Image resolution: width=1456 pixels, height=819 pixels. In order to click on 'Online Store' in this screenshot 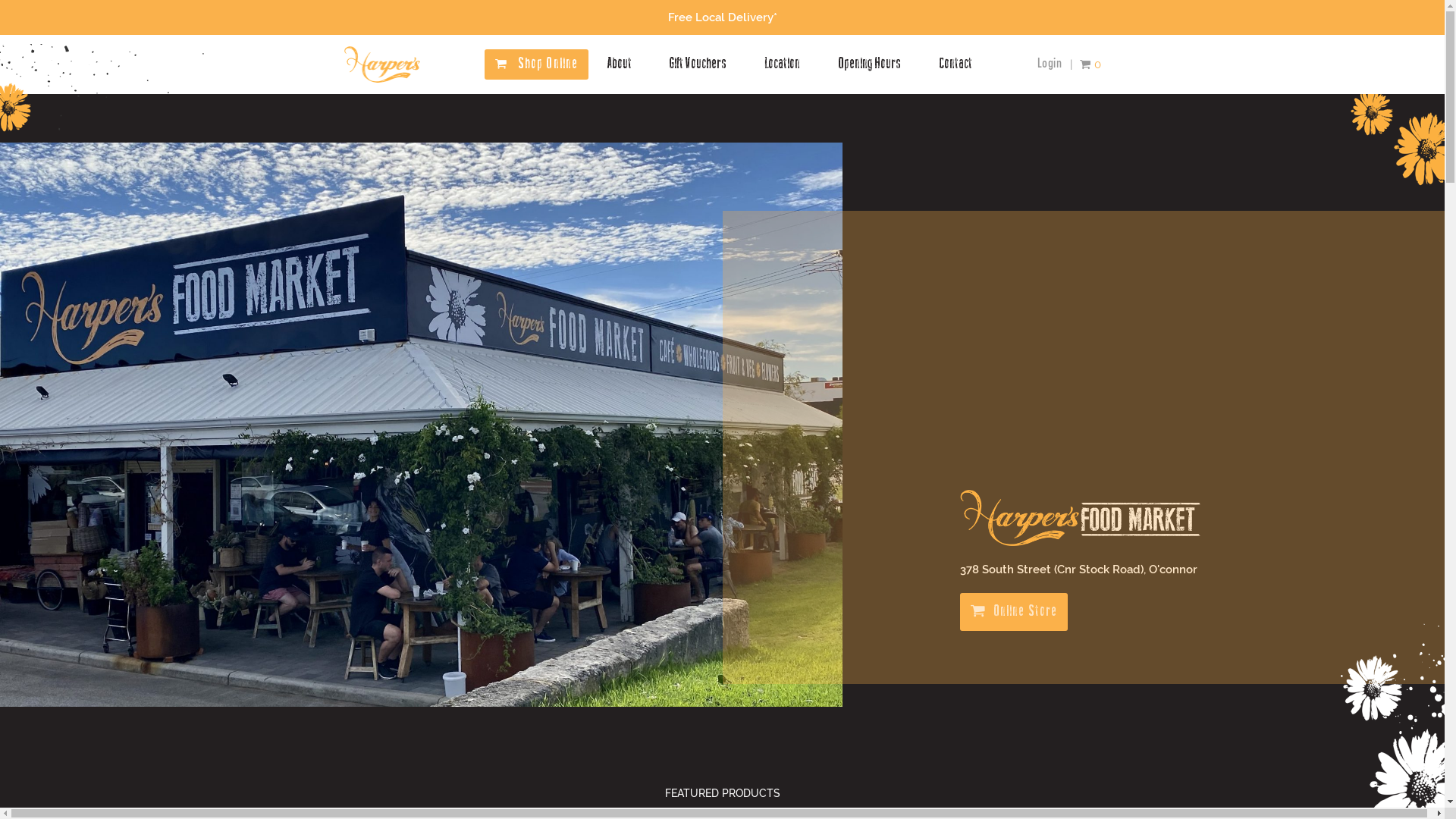, I will do `click(1014, 610)`.